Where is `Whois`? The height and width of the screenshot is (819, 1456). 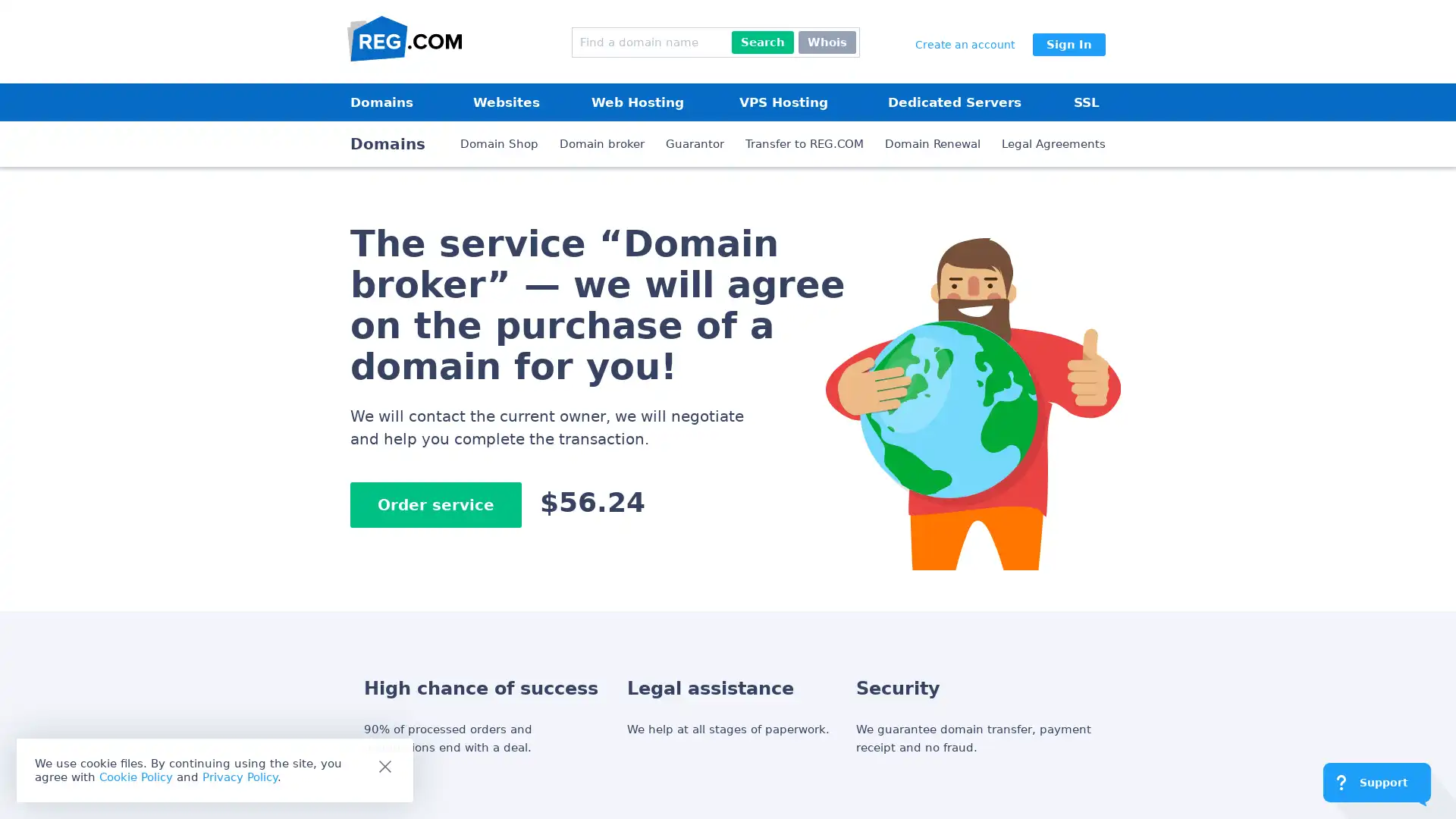
Whois is located at coordinates (826, 42).